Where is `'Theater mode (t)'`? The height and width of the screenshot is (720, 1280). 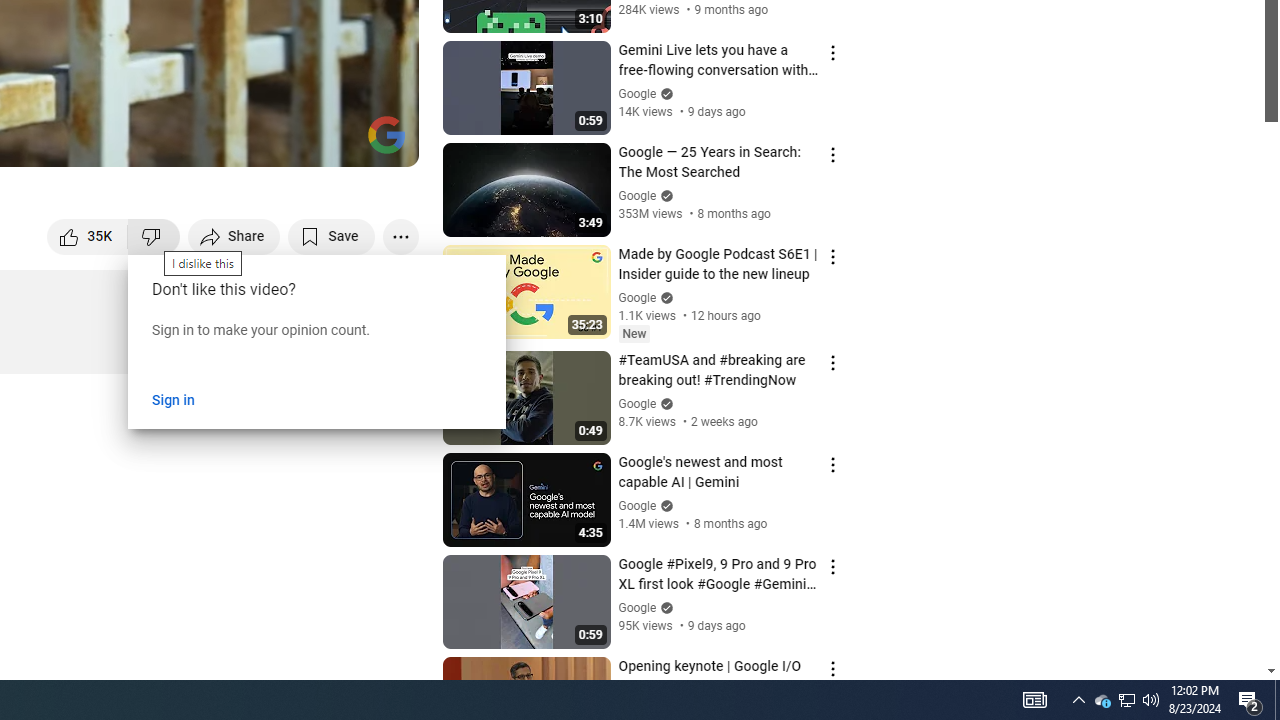 'Theater mode (t)' is located at coordinates (334, 141).